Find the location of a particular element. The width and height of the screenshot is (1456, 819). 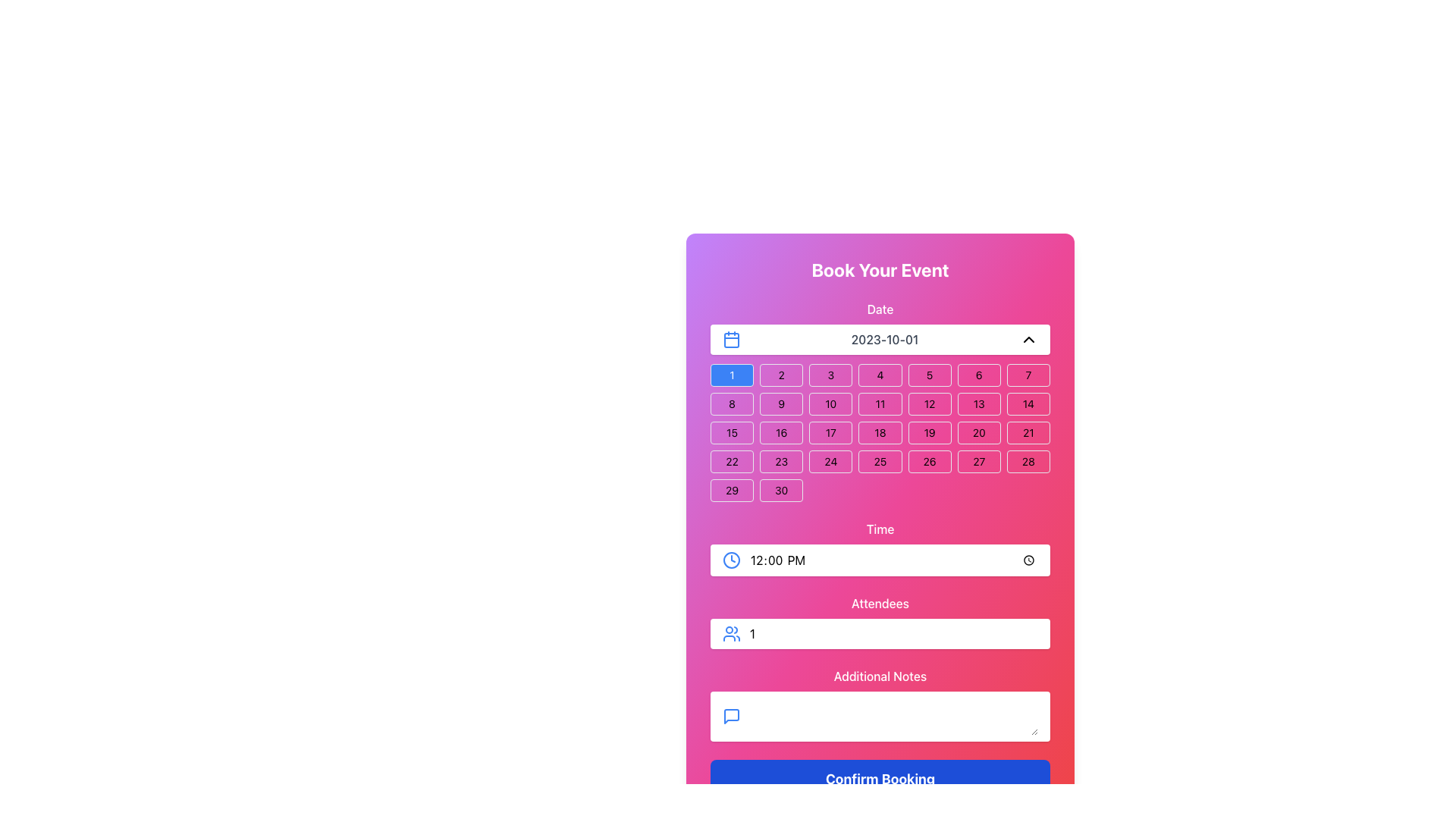

the calendar date button located in the fourth row and fourth column, which is positioned between '23' and '25' is located at coordinates (830, 461).